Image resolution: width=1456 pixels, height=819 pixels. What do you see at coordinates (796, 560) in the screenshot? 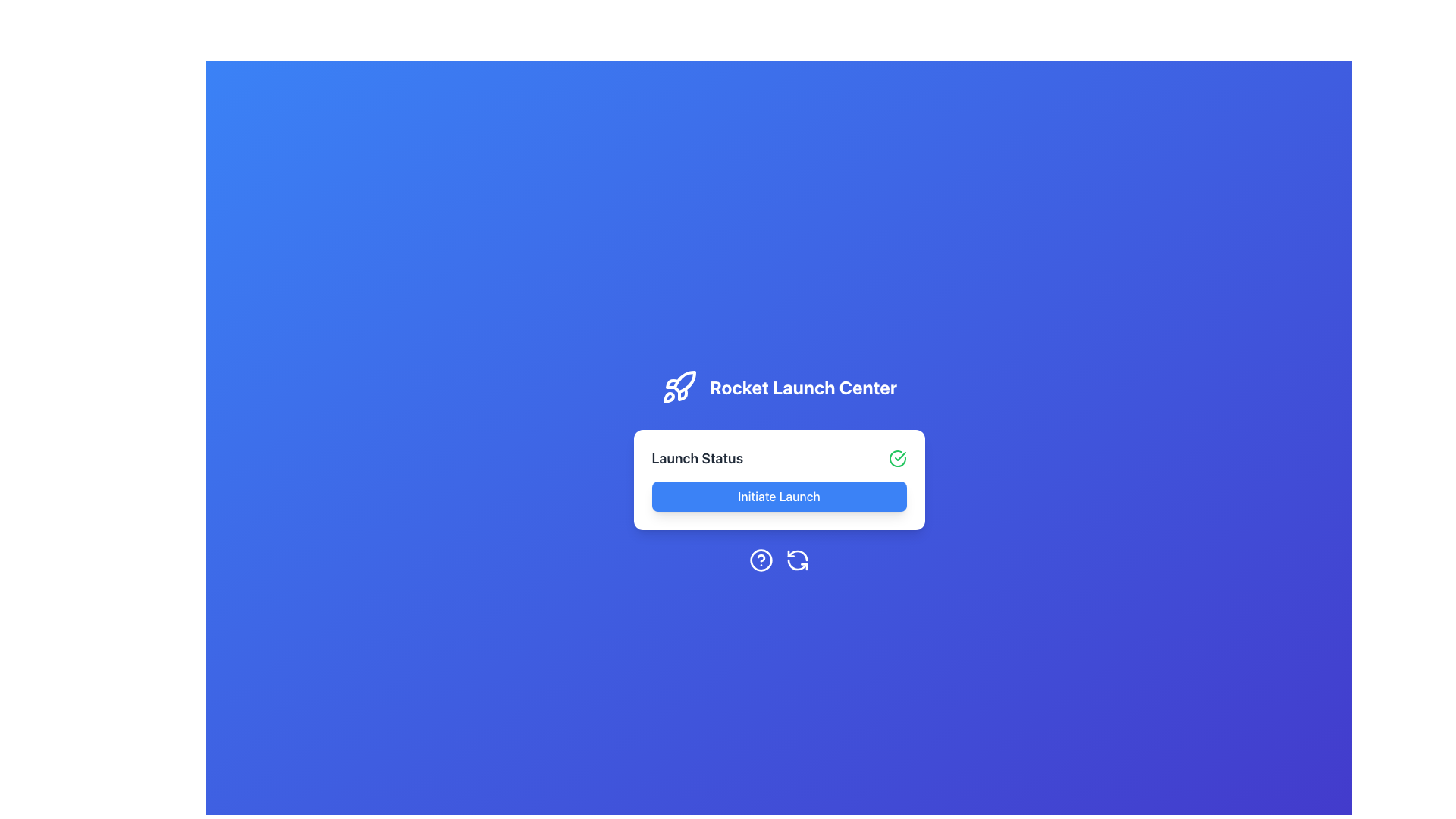
I see `the refresh icon button located to the right of the help icon, below the 'Launch Status' section` at bounding box center [796, 560].